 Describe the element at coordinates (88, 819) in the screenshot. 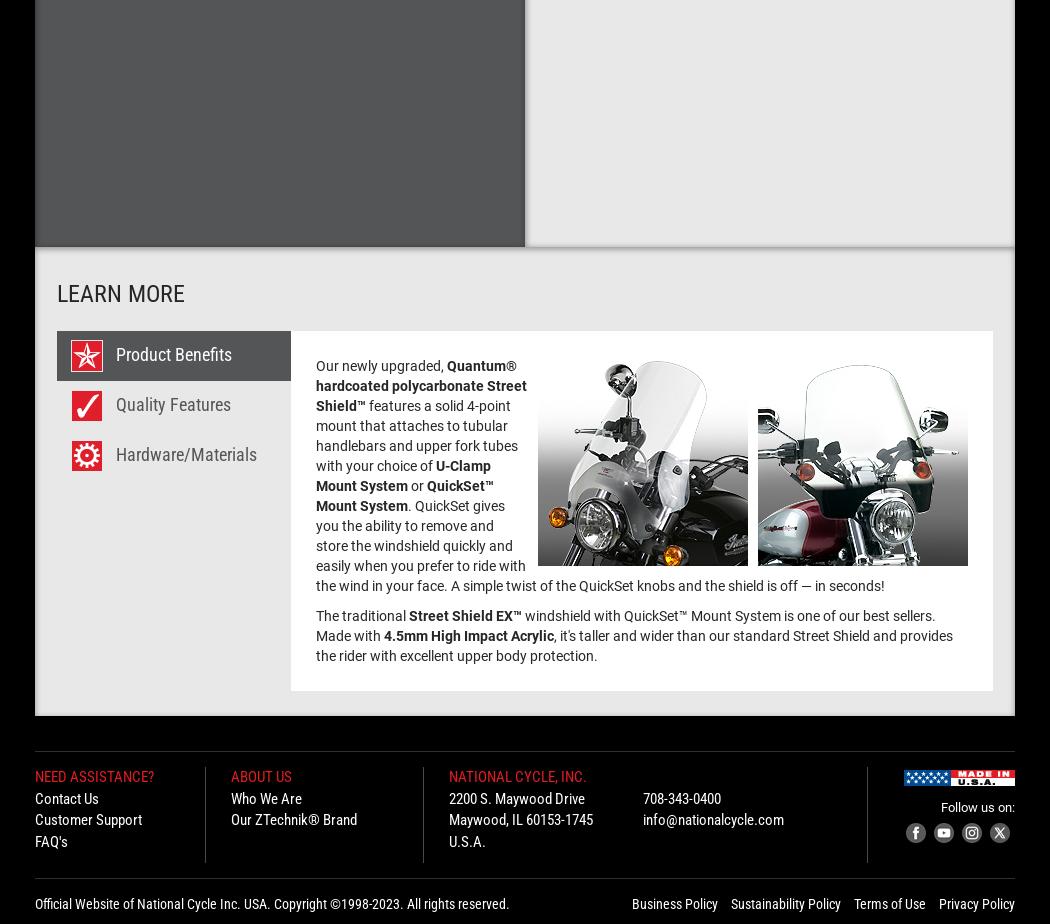

I see `'Customer Support'` at that location.